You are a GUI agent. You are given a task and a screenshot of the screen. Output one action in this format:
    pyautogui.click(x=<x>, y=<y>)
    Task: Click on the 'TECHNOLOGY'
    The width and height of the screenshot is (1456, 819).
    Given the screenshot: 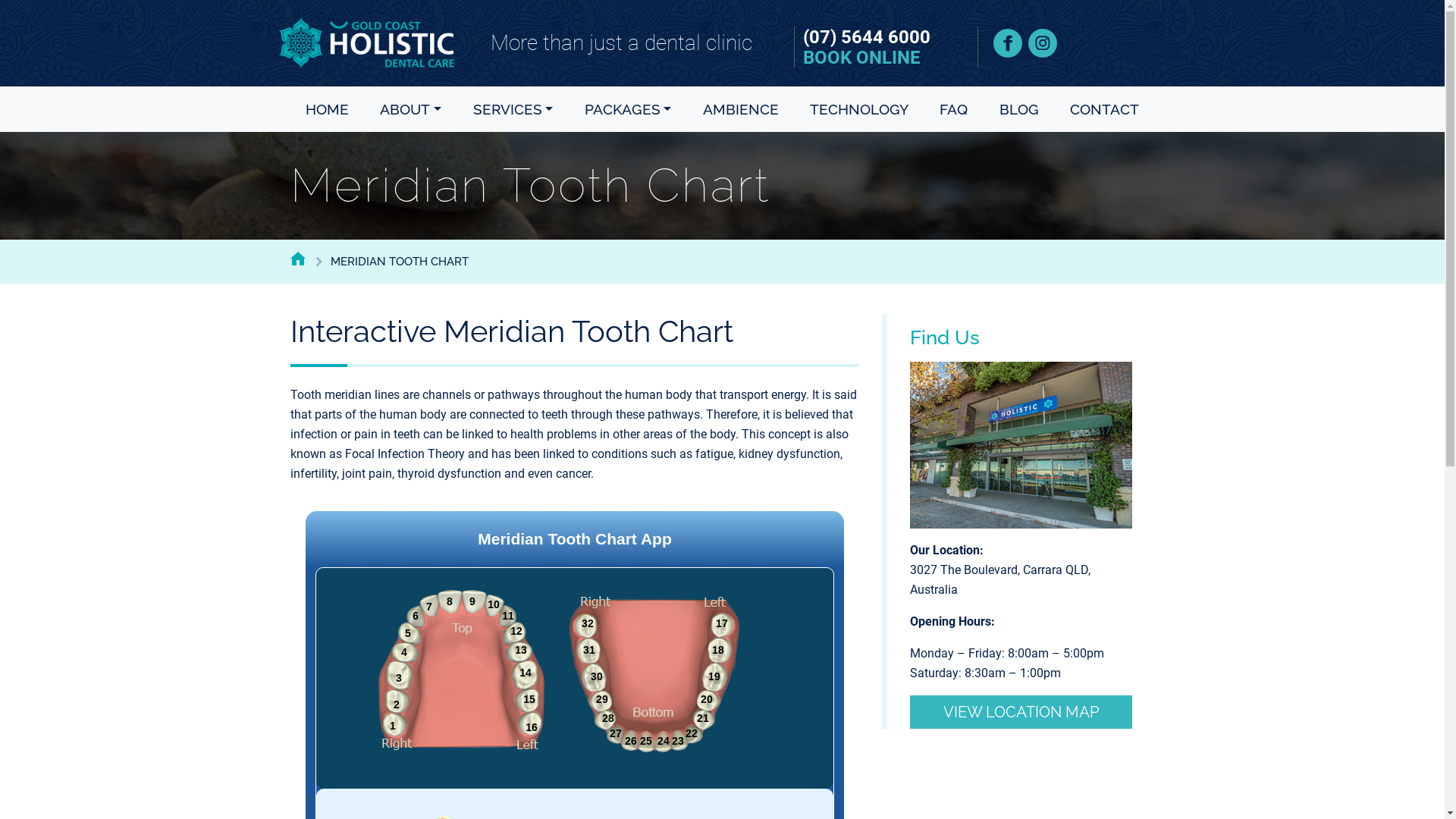 What is the action you would take?
    pyautogui.click(x=803, y=108)
    